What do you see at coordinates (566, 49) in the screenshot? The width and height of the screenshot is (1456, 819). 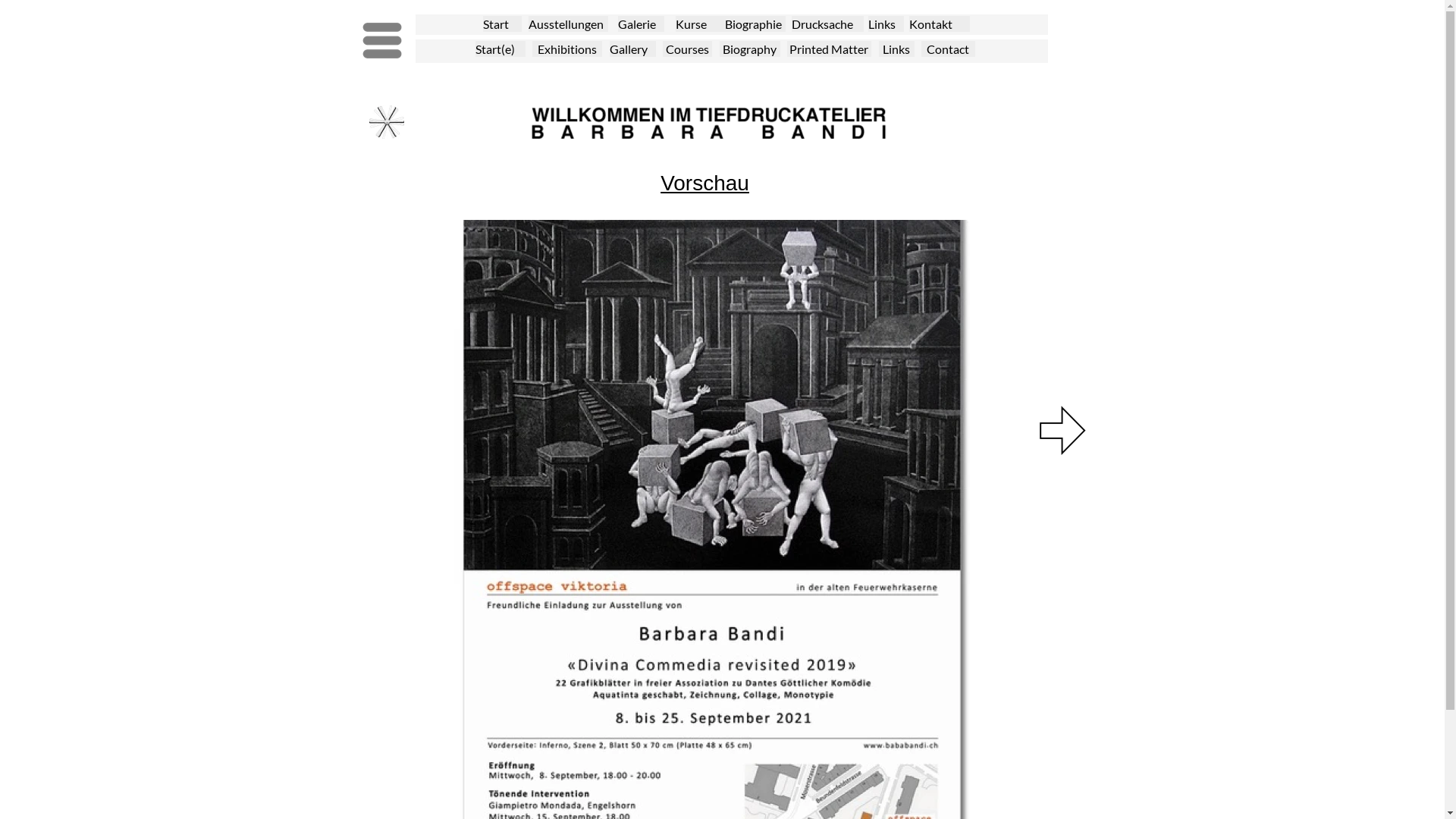 I see `'Exhibitions'` at bounding box center [566, 49].